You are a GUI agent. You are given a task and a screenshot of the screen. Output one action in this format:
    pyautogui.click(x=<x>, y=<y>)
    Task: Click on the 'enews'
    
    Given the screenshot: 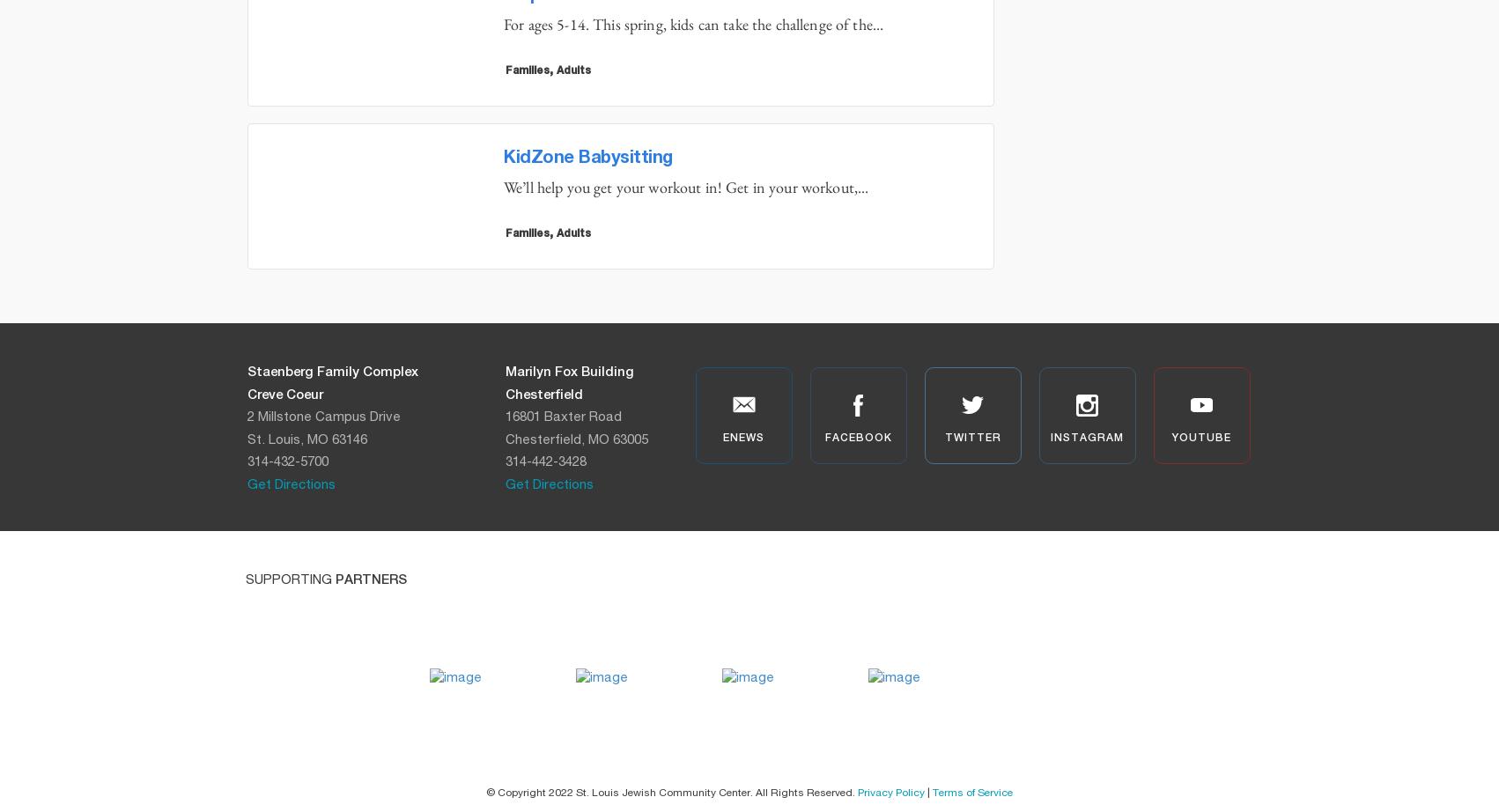 What is the action you would take?
    pyautogui.click(x=722, y=438)
    